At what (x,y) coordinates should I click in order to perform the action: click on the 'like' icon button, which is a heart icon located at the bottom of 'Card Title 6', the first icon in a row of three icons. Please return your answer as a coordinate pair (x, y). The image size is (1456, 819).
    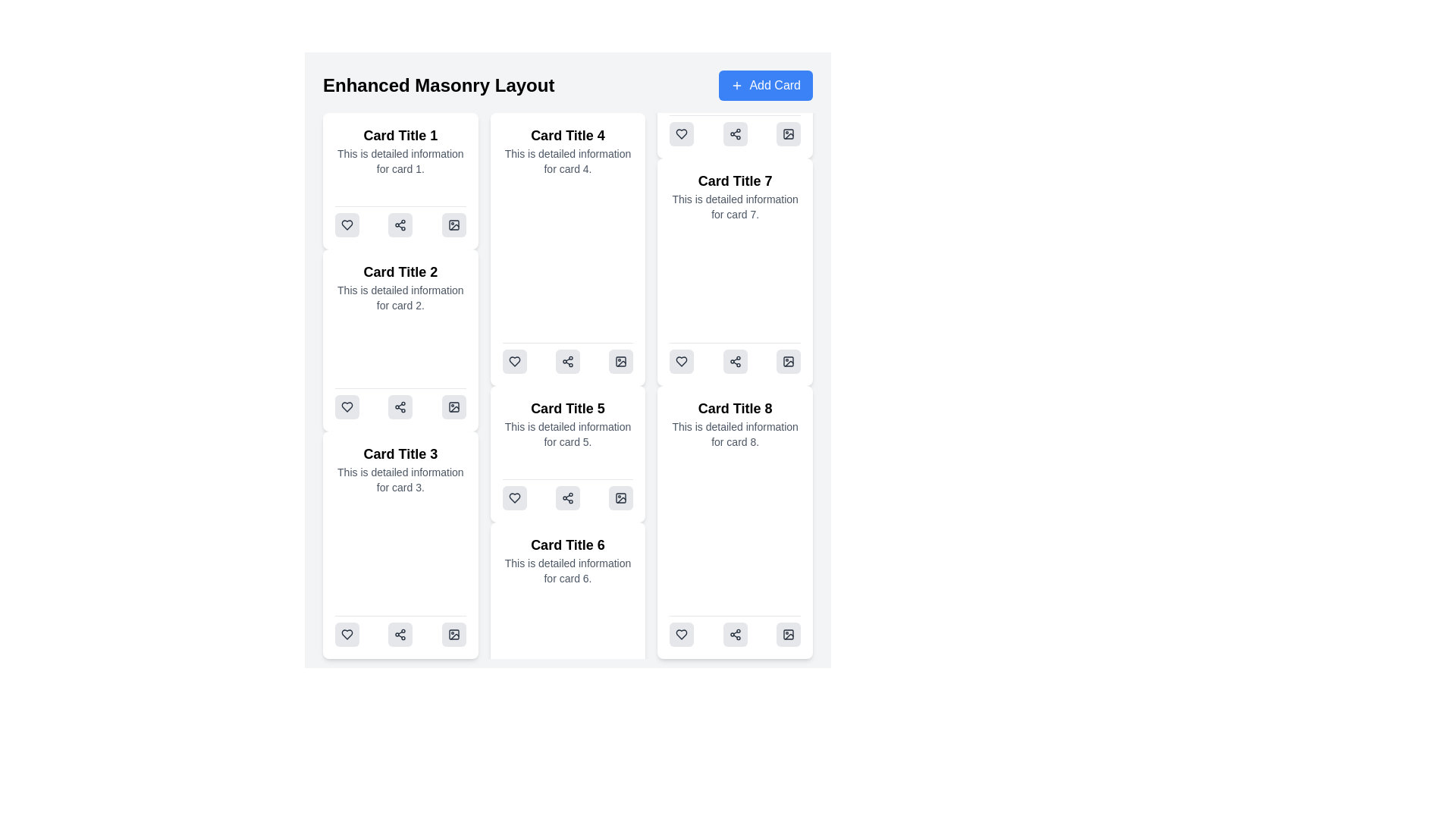
    Looking at the image, I should click on (514, 497).